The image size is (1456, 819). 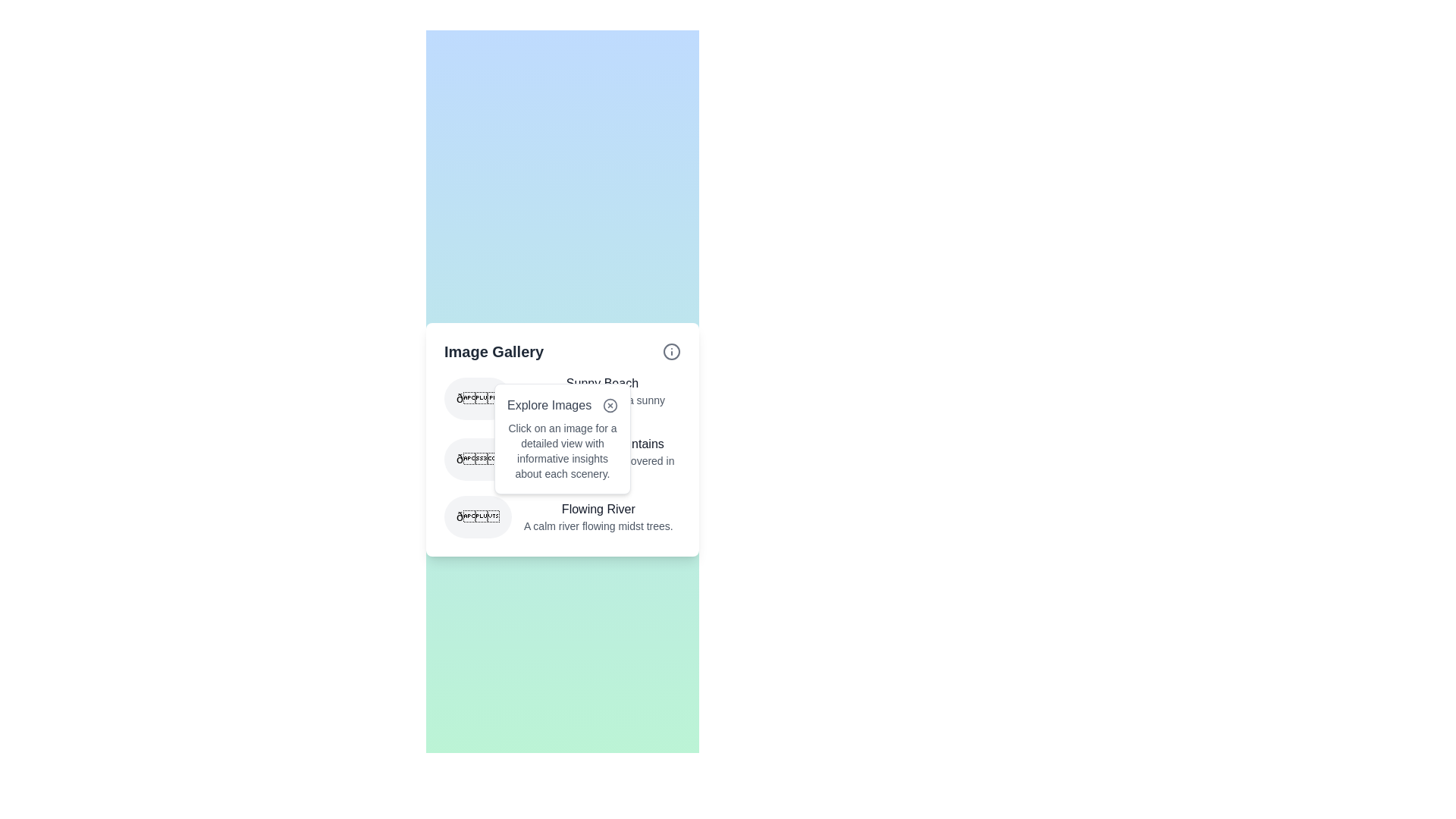 What do you see at coordinates (610, 405) in the screenshot?
I see `the circular graphic element located at the top right corner of the popup, adjacent to the 'Explore Images' label, which serves as a close action for the dialog interface` at bounding box center [610, 405].